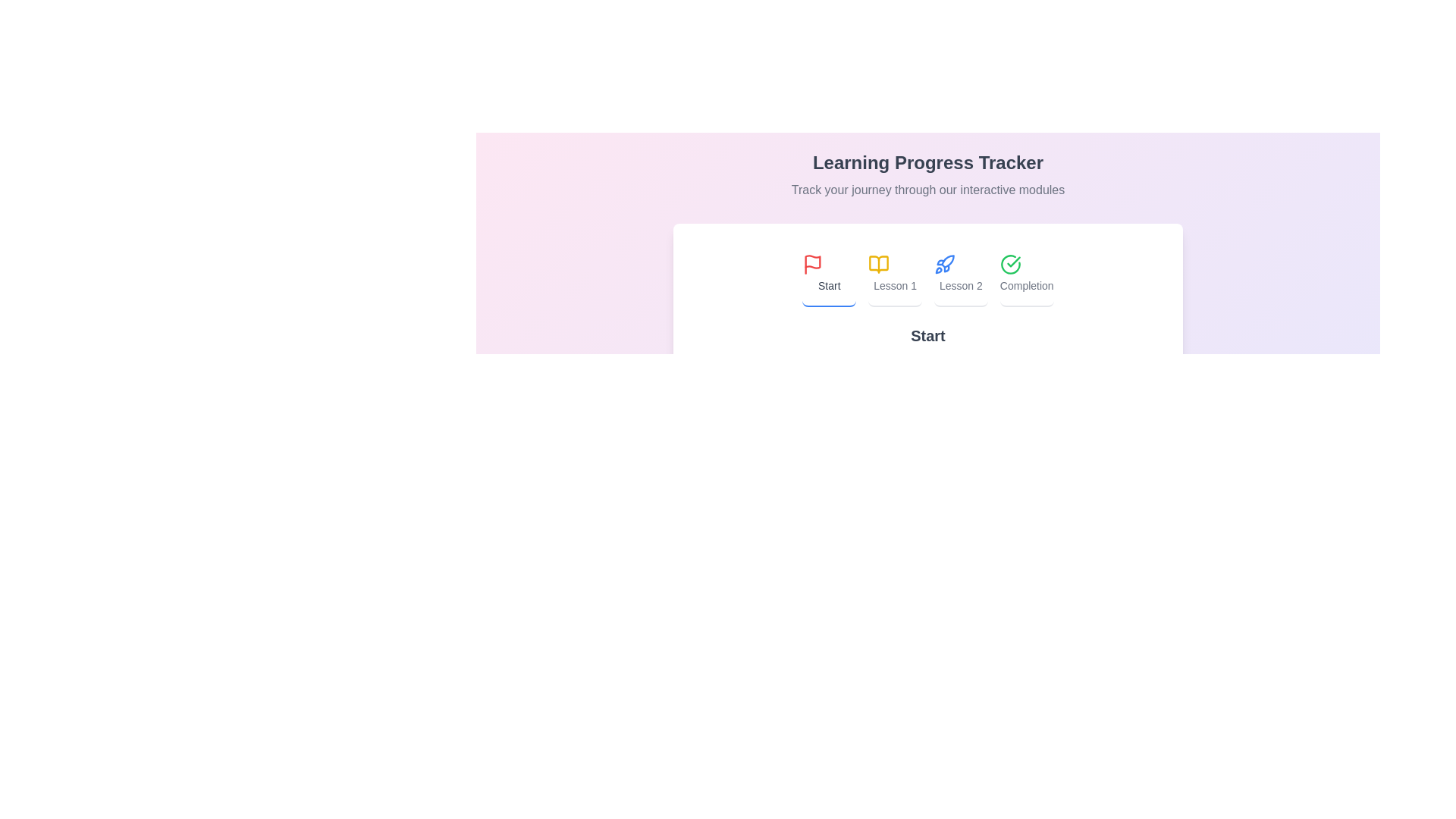 The width and height of the screenshot is (1456, 819). I want to click on the tab labeled Lesson 2 by clicking on its button, so click(960, 275).